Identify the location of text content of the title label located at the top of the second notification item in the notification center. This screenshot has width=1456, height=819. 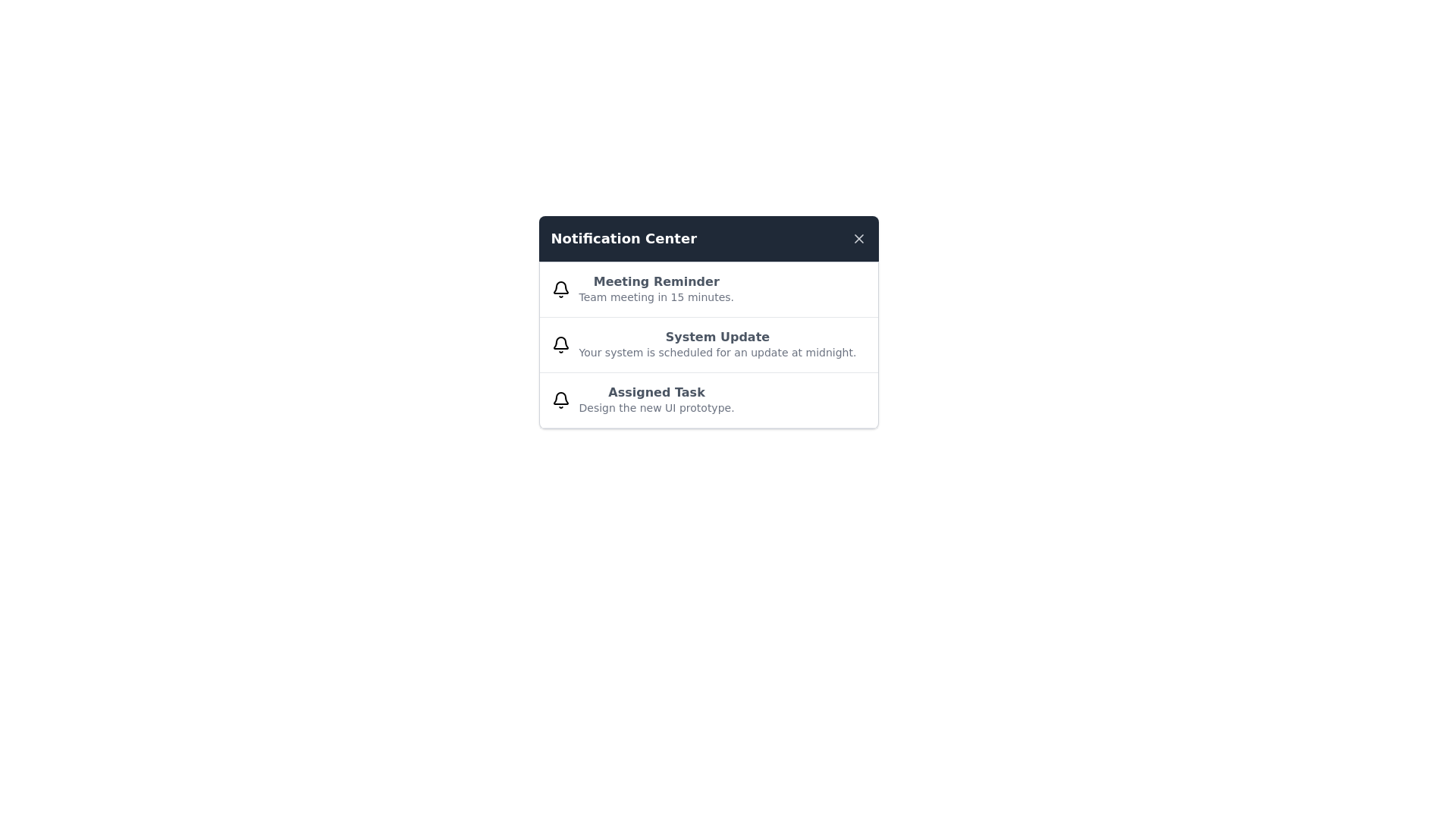
(717, 336).